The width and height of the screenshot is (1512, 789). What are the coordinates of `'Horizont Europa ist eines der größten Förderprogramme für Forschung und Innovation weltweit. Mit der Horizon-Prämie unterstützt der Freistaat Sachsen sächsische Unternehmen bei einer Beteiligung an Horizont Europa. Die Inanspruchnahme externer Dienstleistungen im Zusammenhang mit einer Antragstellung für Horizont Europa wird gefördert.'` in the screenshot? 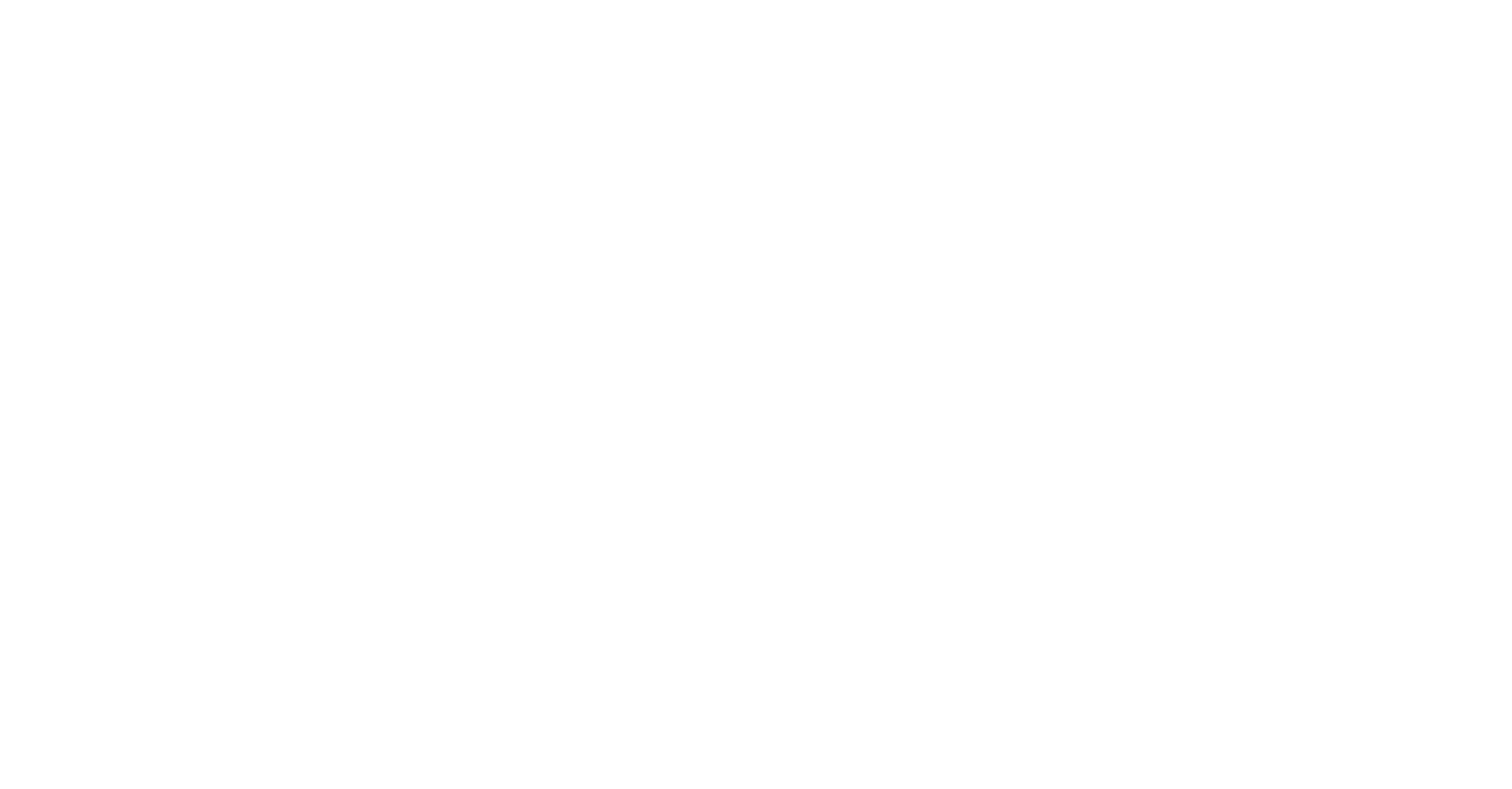 It's located at (739, 179).